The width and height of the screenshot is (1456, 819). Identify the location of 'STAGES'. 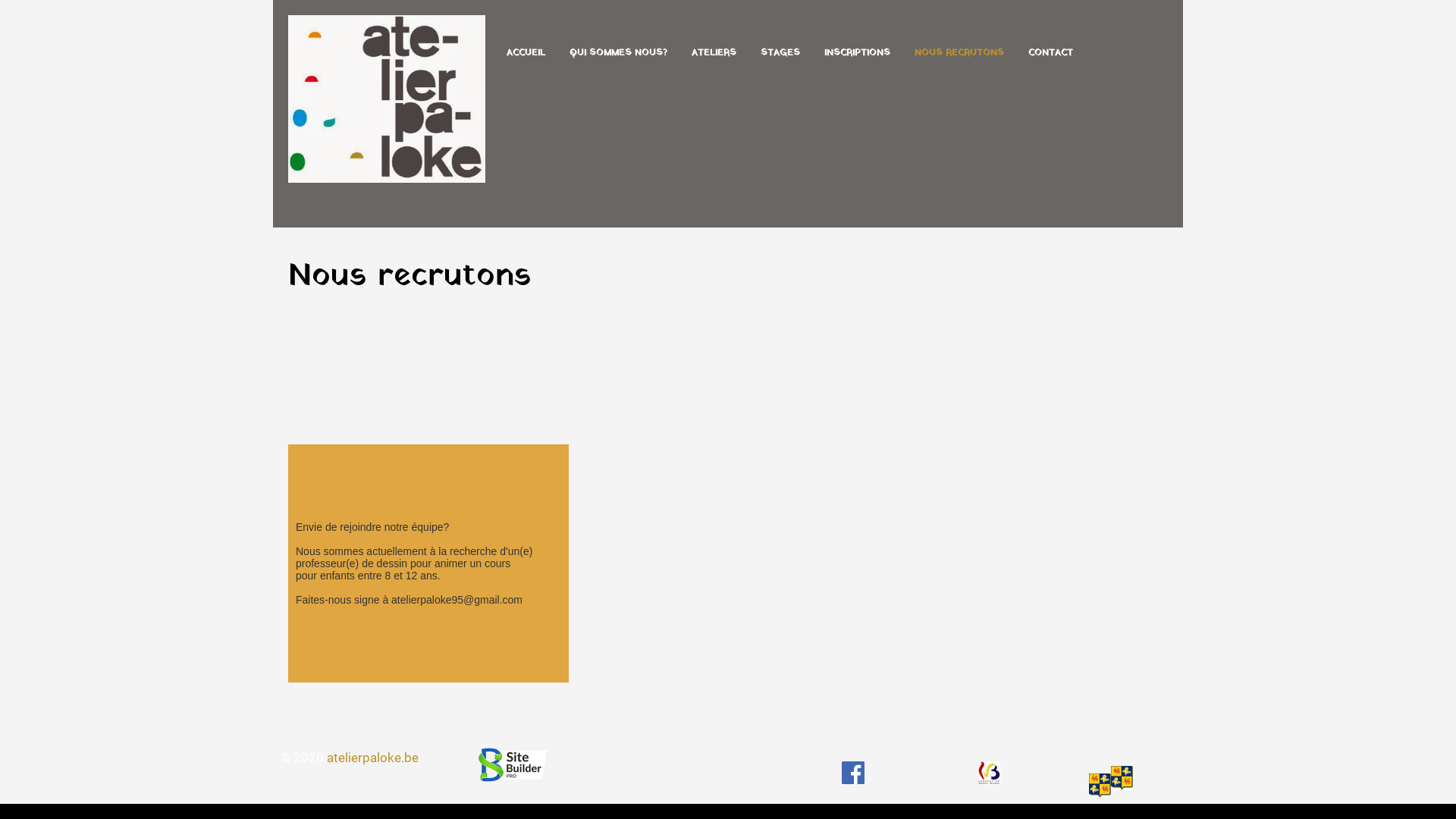
(780, 54).